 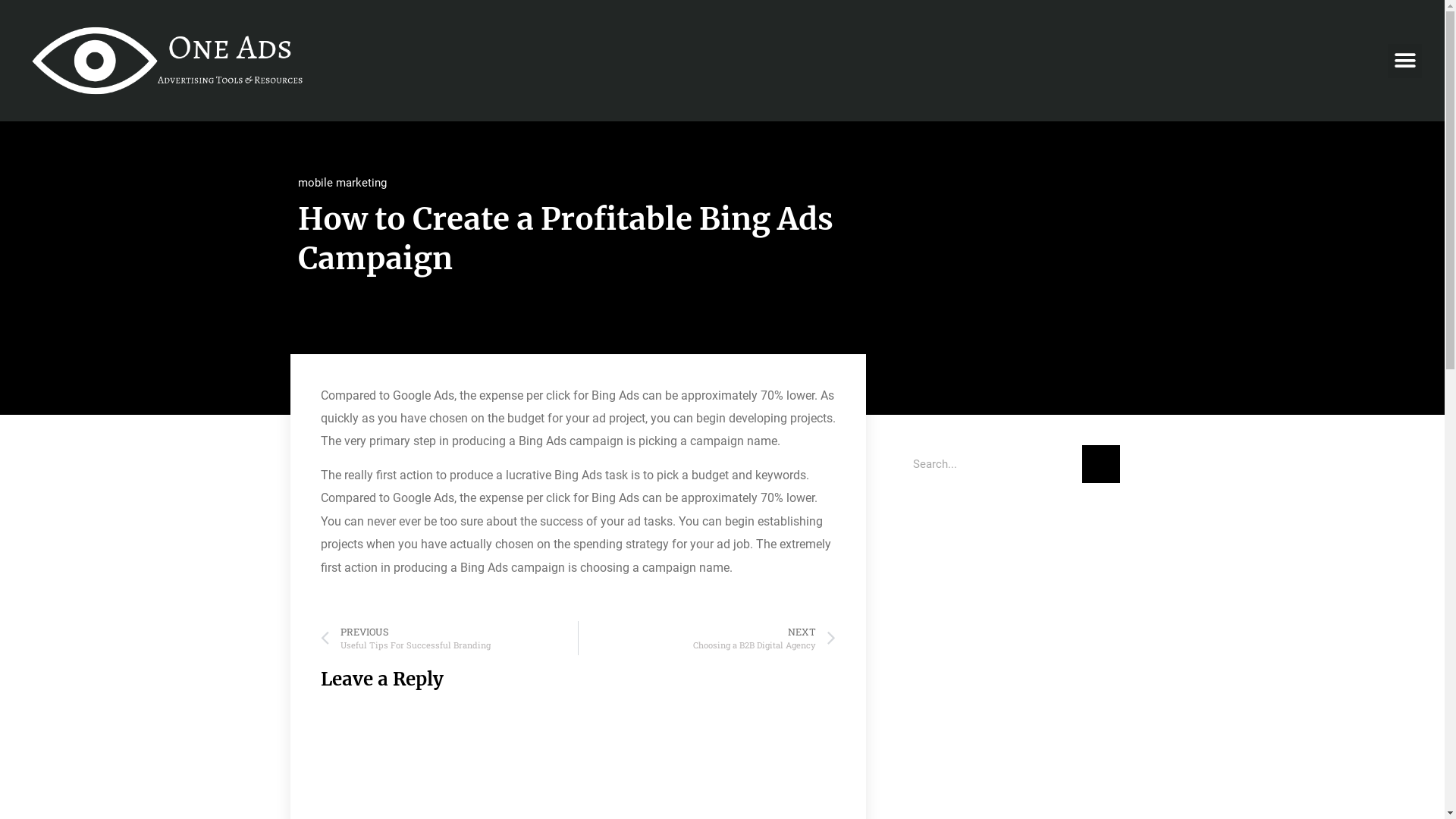 What do you see at coordinates (447, 638) in the screenshot?
I see `'PREVIOUS` at bounding box center [447, 638].